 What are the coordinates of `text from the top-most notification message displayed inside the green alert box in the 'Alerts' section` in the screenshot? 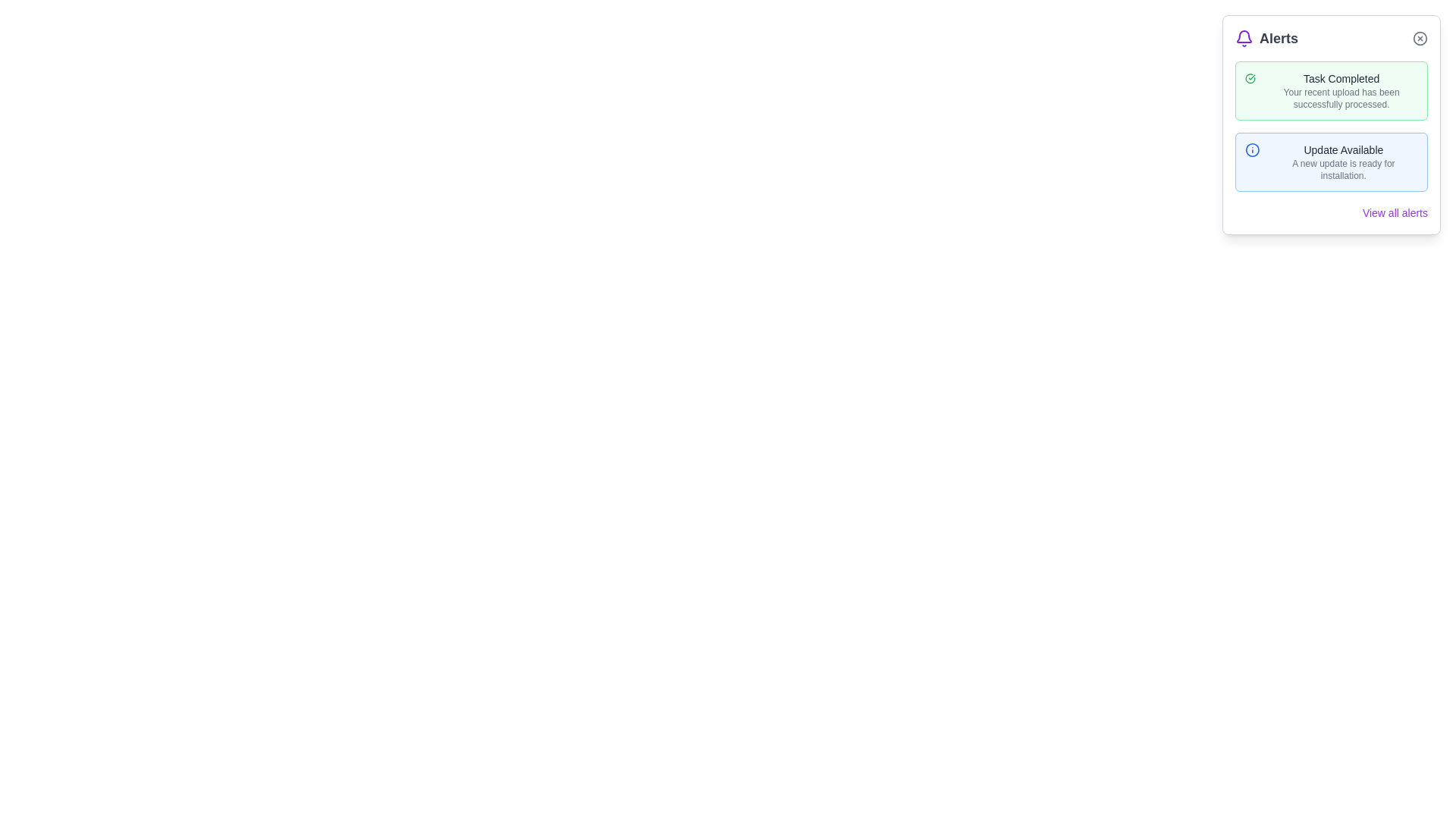 It's located at (1341, 90).